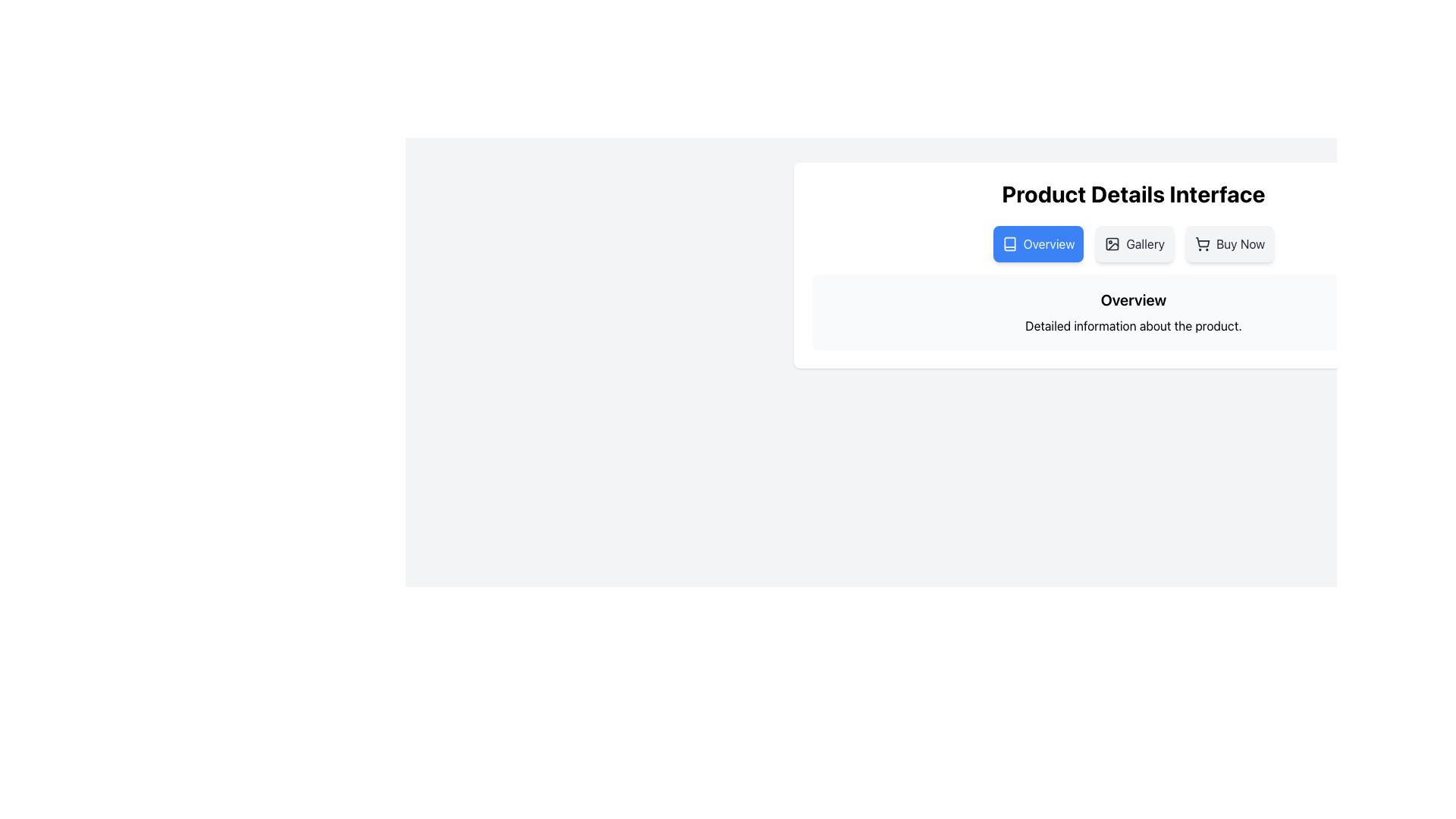 The image size is (1456, 819). What do you see at coordinates (1145, 243) in the screenshot?
I see `the navigation button with text and icon located between the 'Overview' button and the 'Buy Now' button below the 'Product Details Interface' header` at bounding box center [1145, 243].